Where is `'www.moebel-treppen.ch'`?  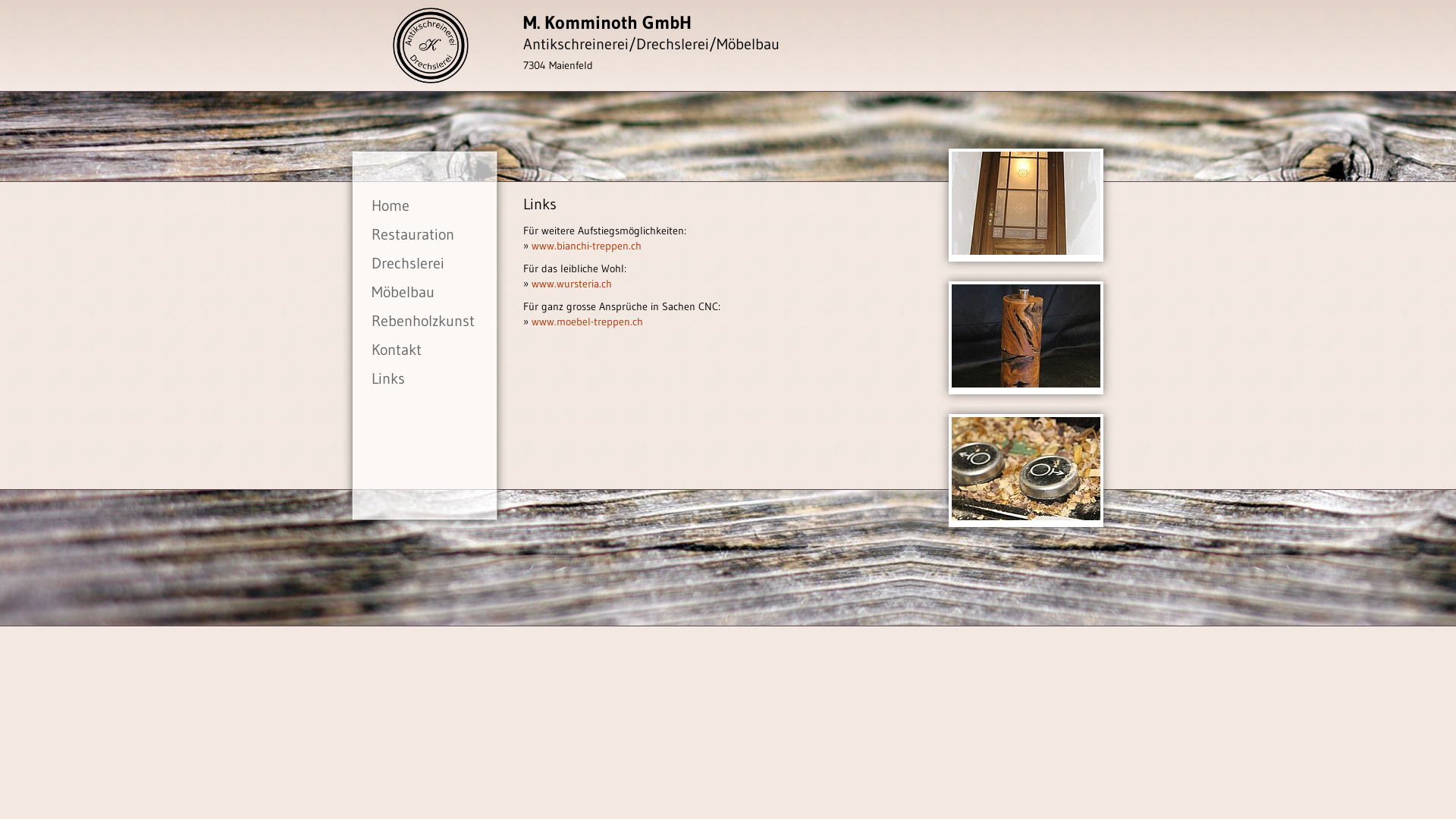 'www.moebel-treppen.ch' is located at coordinates (586, 321).